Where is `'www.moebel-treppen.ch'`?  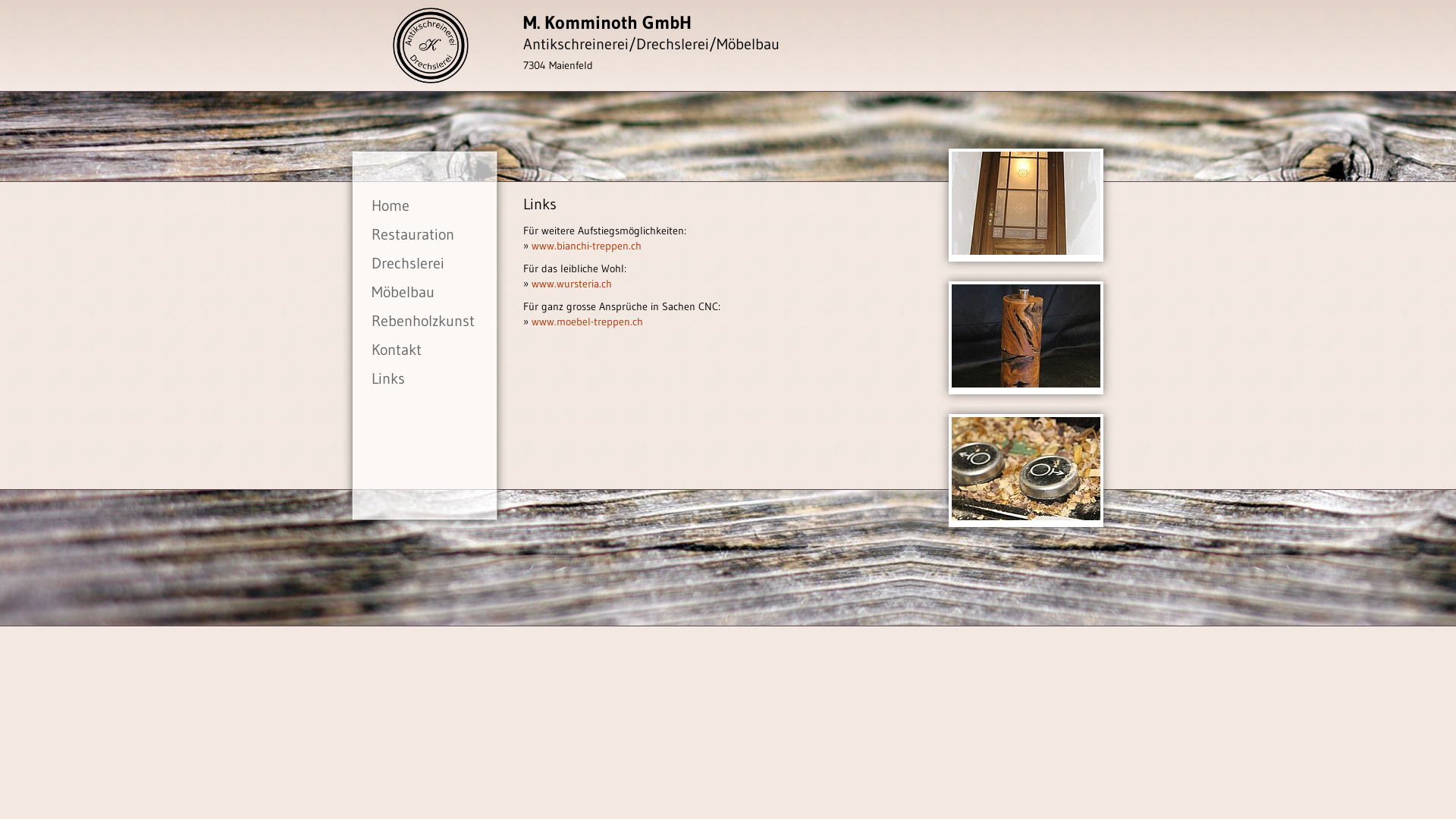 'www.moebel-treppen.ch' is located at coordinates (586, 321).